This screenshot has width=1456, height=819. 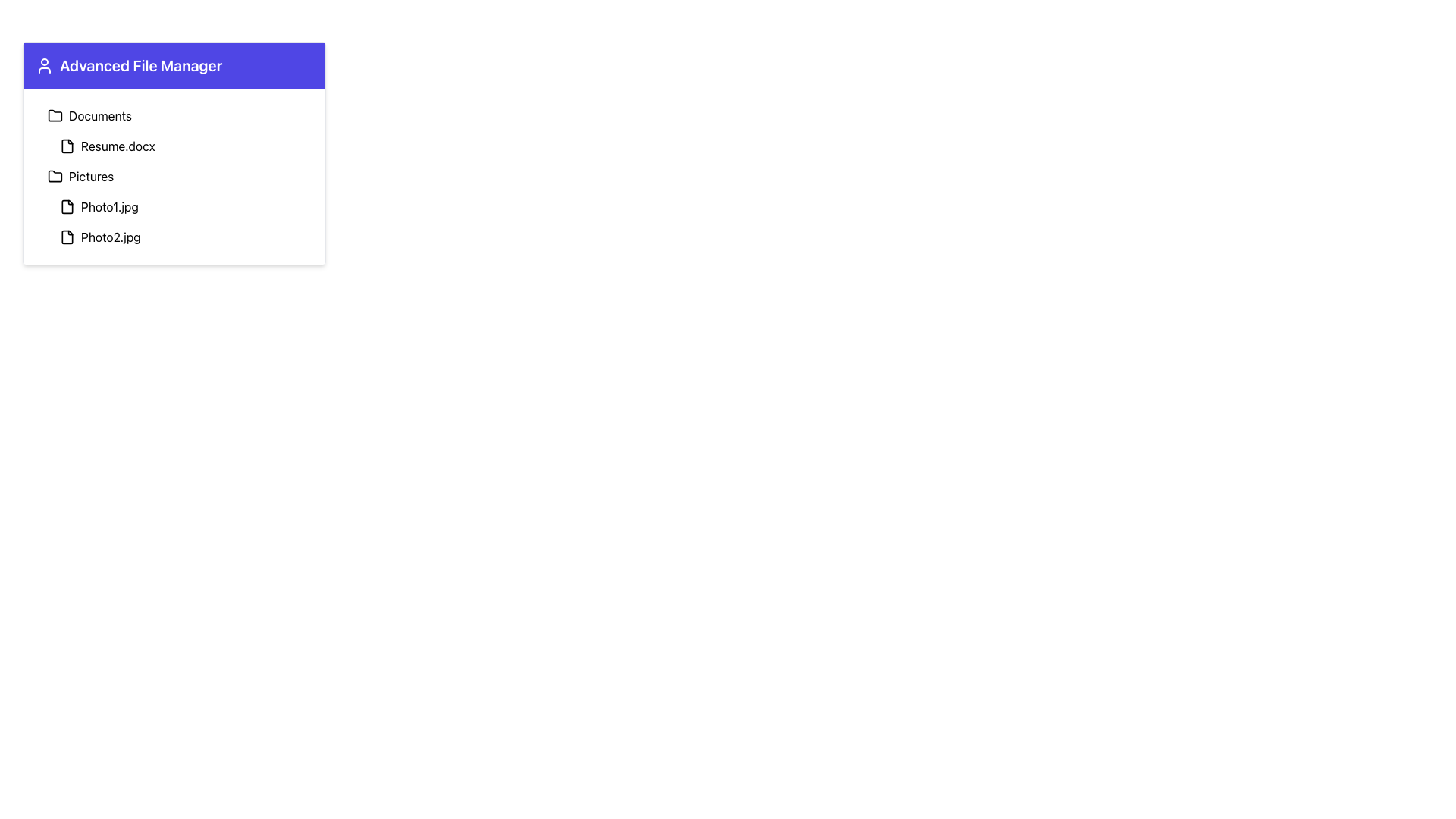 I want to click on the file entry row displaying 'Photo2.jpg', so click(x=180, y=237).